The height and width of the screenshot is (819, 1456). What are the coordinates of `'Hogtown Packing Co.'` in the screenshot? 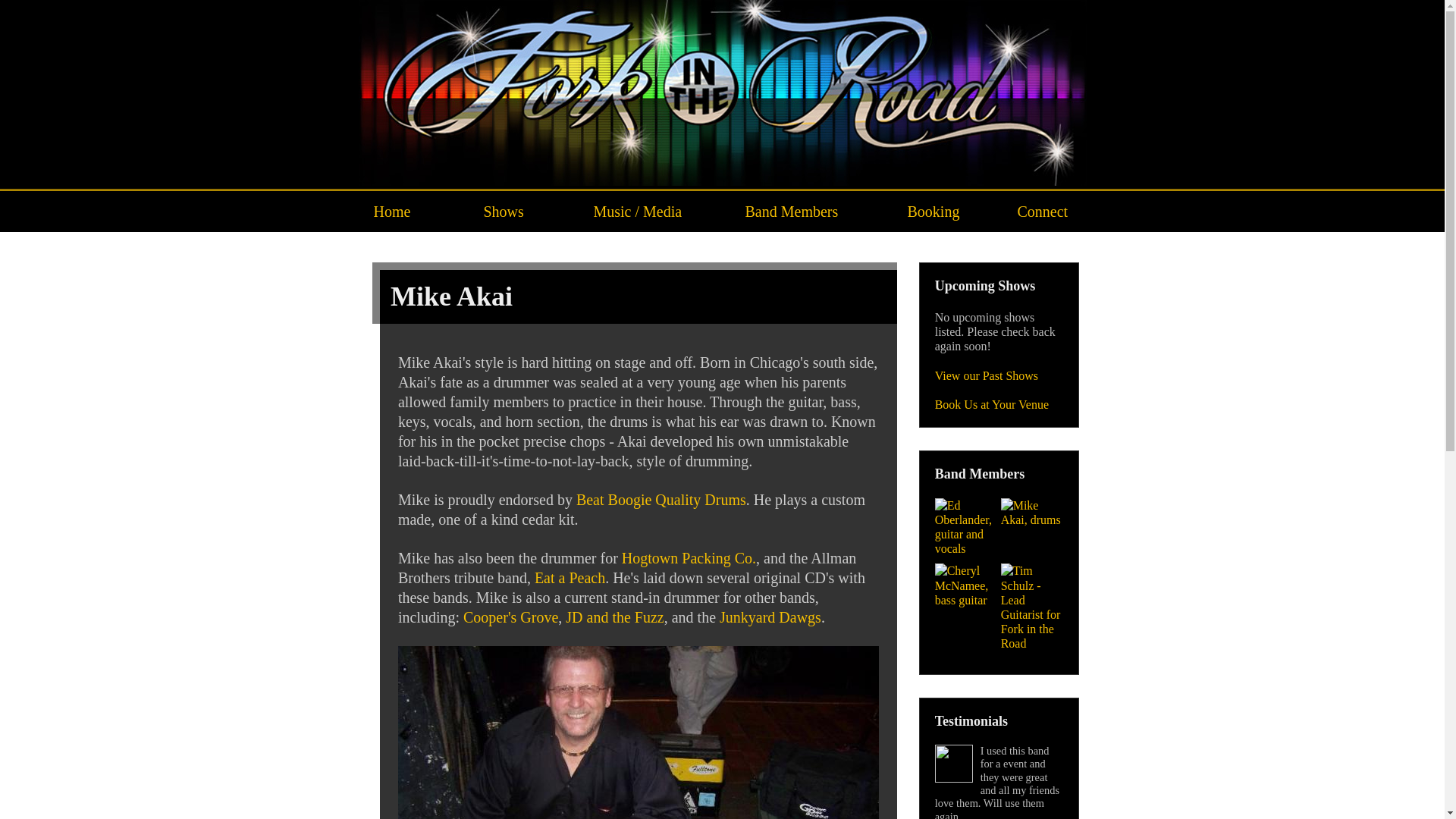 It's located at (688, 558).